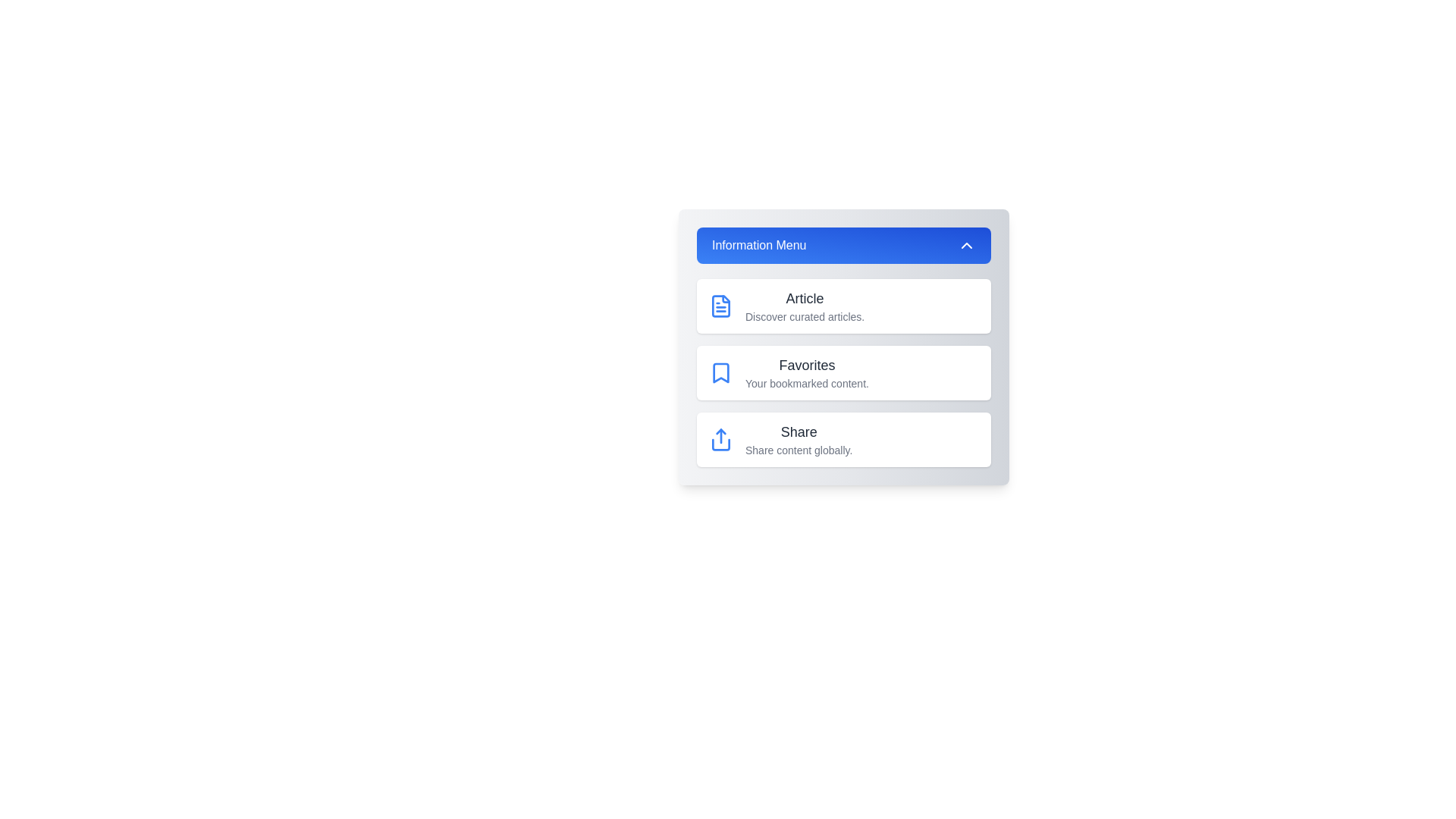 The height and width of the screenshot is (819, 1456). What do you see at coordinates (720, 439) in the screenshot?
I see `the menu item corresponding to Share by clicking on its icon` at bounding box center [720, 439].